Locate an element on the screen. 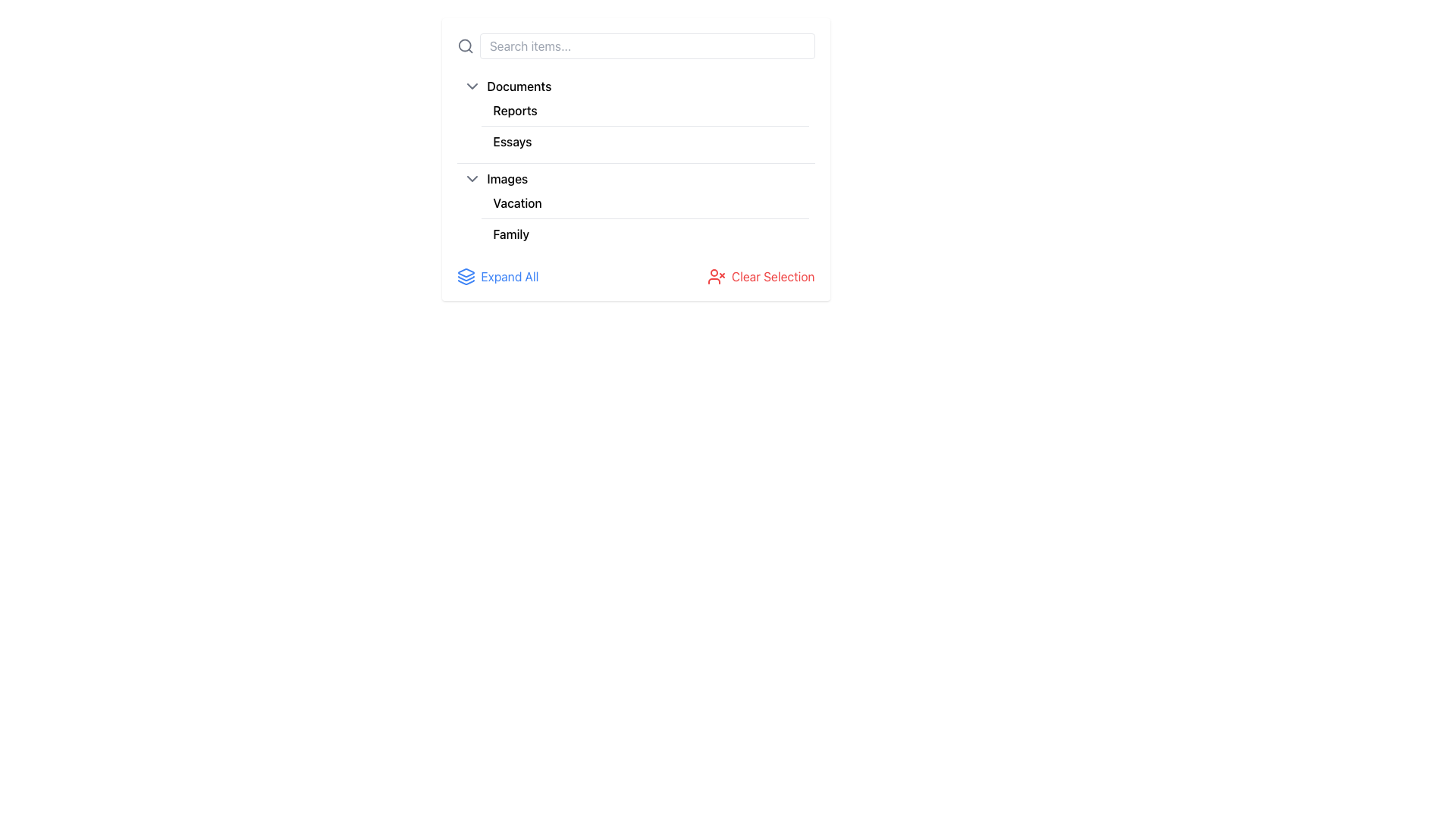 The height and width of the screenshot is (819, 1456). the text label displaying 'Family' in bold, which is located under the 'Images' section and below the 'Vacation' item is located at coordinates (511, 234).